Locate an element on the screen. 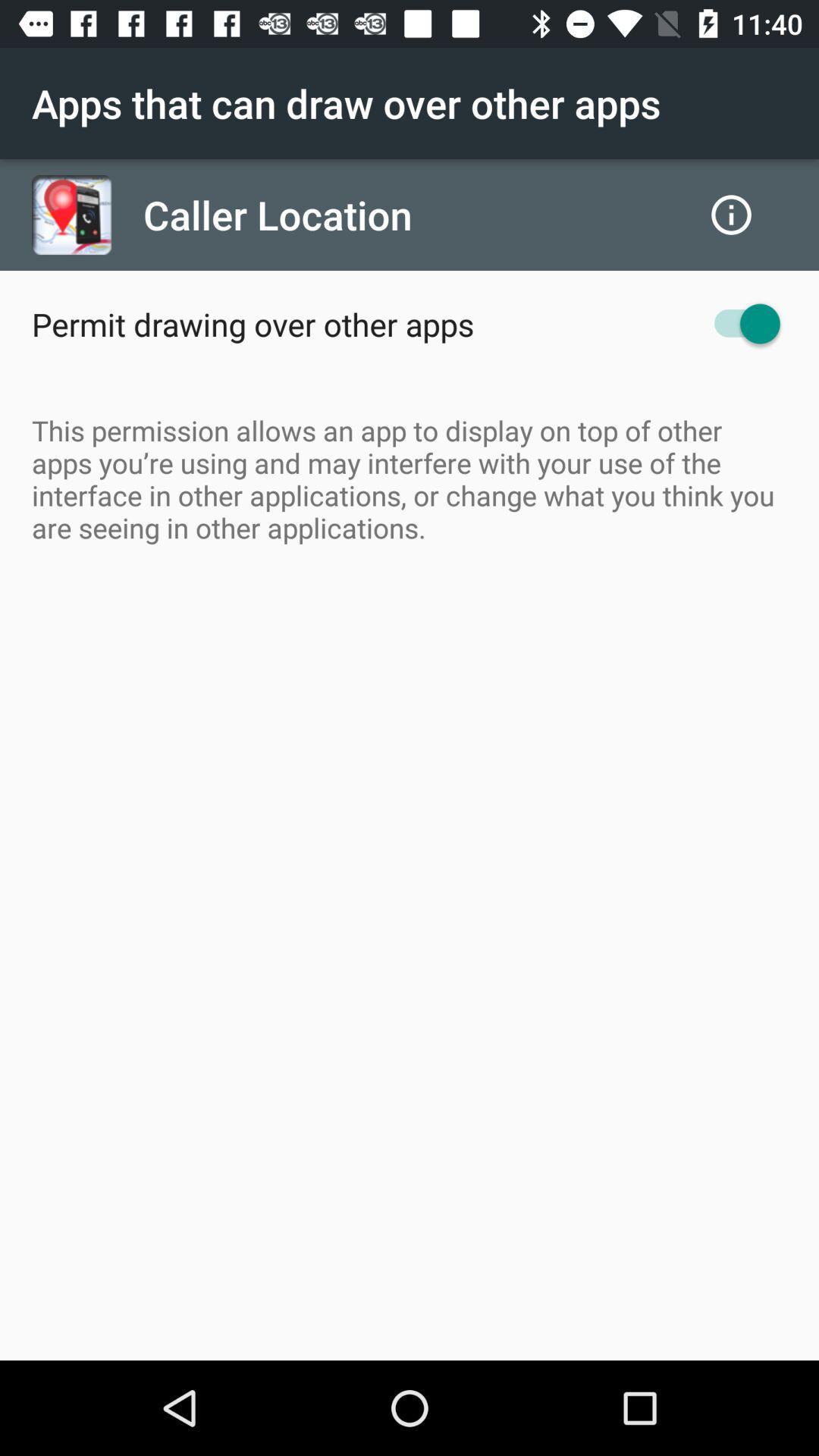 The height and width of the screenshot is (1456, 819). the permit drawing over icon is located at coordinates (252, 323).